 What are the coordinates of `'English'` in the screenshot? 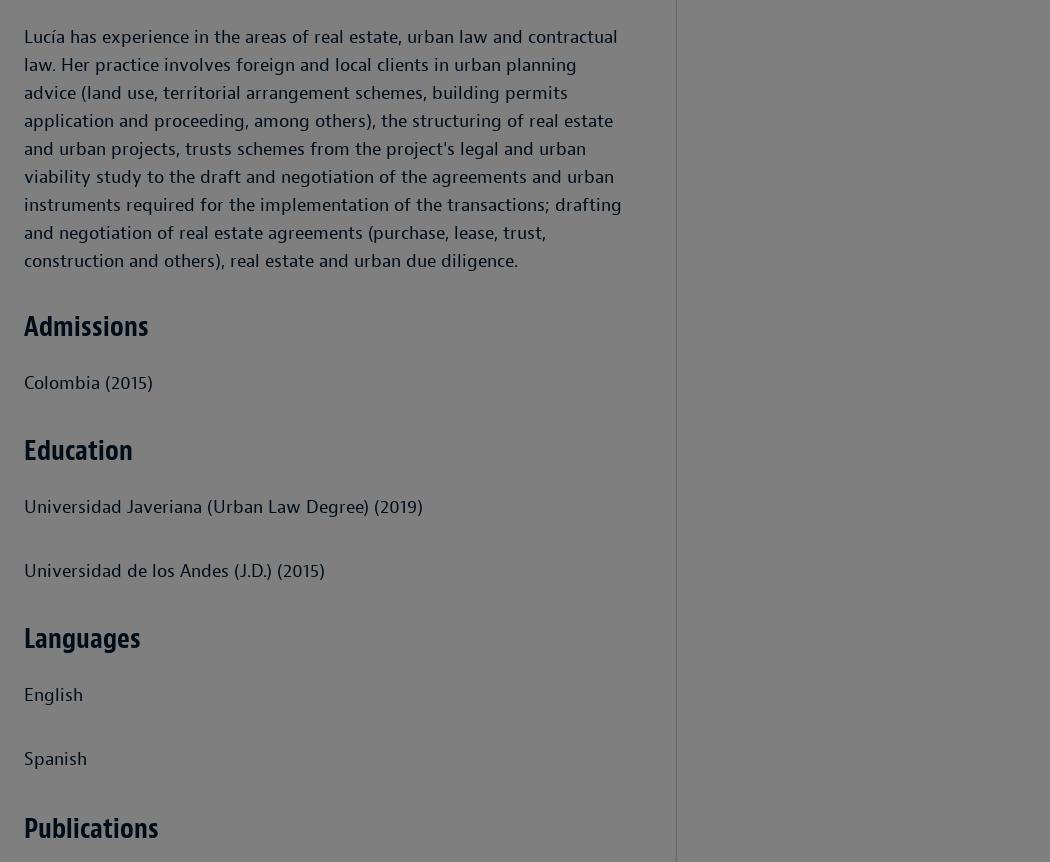 It's located at (52, 694).